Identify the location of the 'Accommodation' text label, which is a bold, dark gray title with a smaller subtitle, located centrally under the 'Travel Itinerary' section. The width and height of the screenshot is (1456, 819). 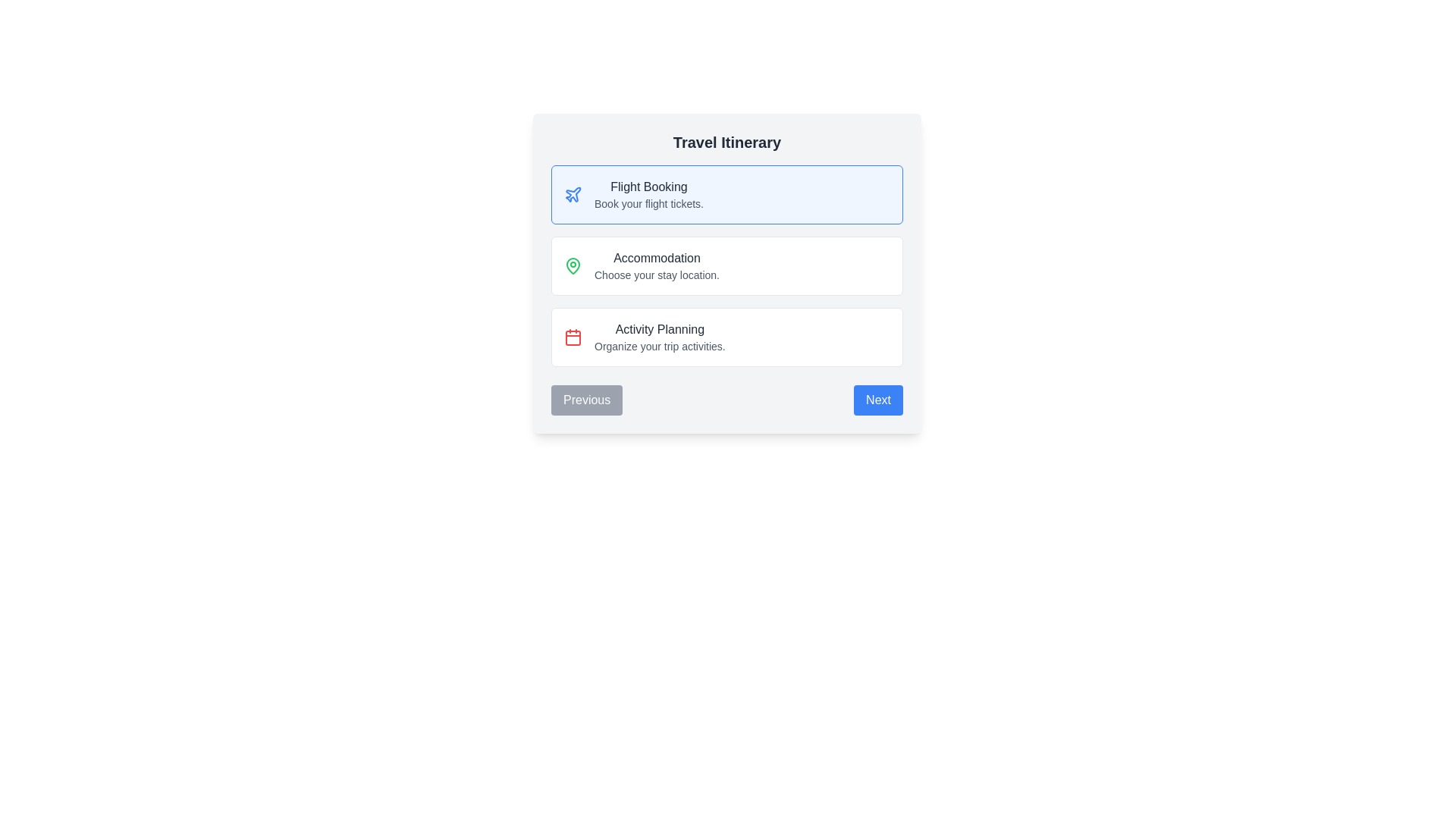
(657, 265).